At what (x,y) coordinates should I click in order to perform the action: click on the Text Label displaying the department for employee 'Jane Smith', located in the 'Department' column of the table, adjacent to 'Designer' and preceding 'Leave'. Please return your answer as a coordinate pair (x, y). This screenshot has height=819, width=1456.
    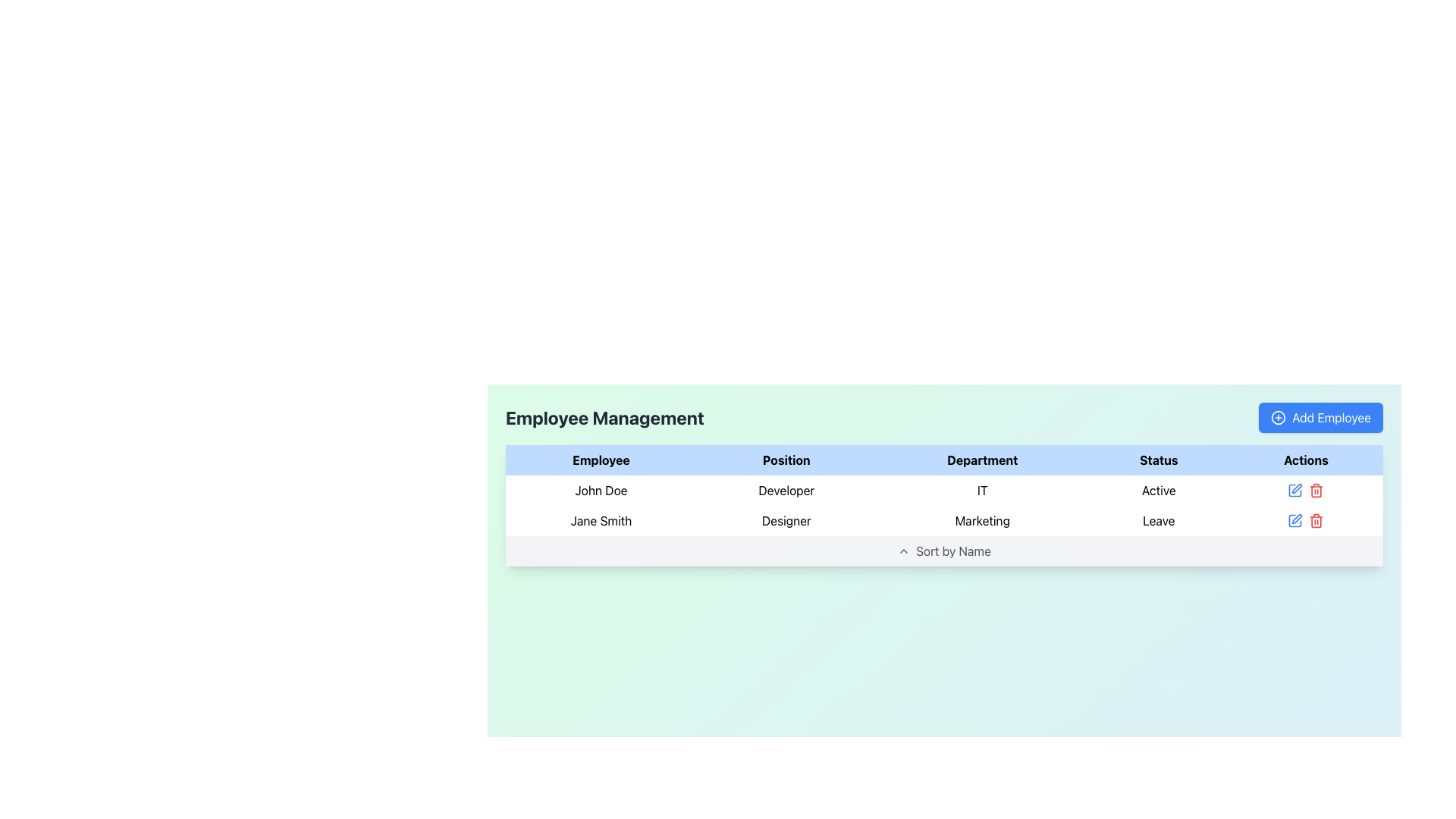
    Looking at the image, I should click on (982, 519).